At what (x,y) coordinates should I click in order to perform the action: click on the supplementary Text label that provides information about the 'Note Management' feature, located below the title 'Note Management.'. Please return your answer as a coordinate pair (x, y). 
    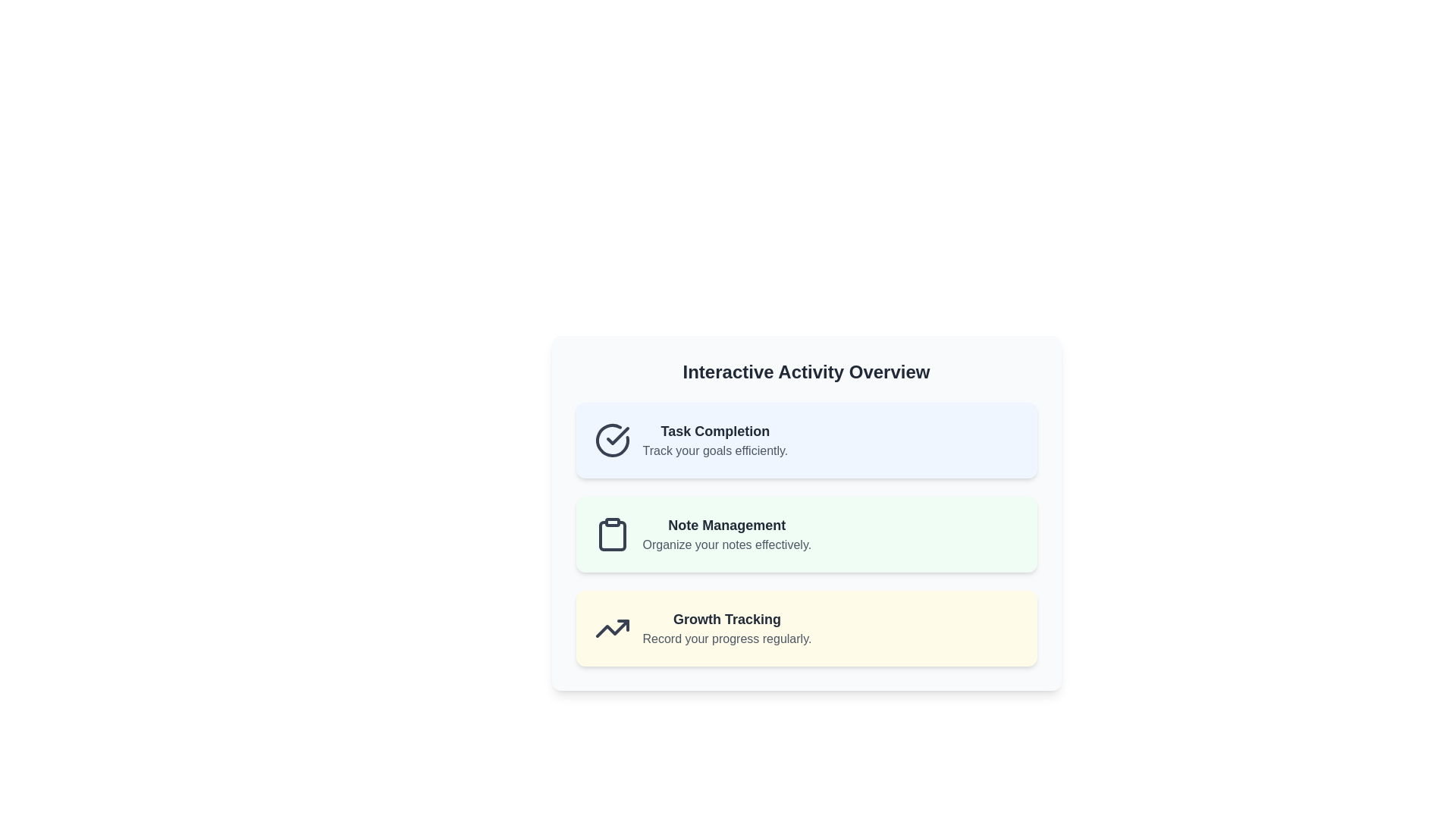
    Looking at the image, I should click on (726, 544).